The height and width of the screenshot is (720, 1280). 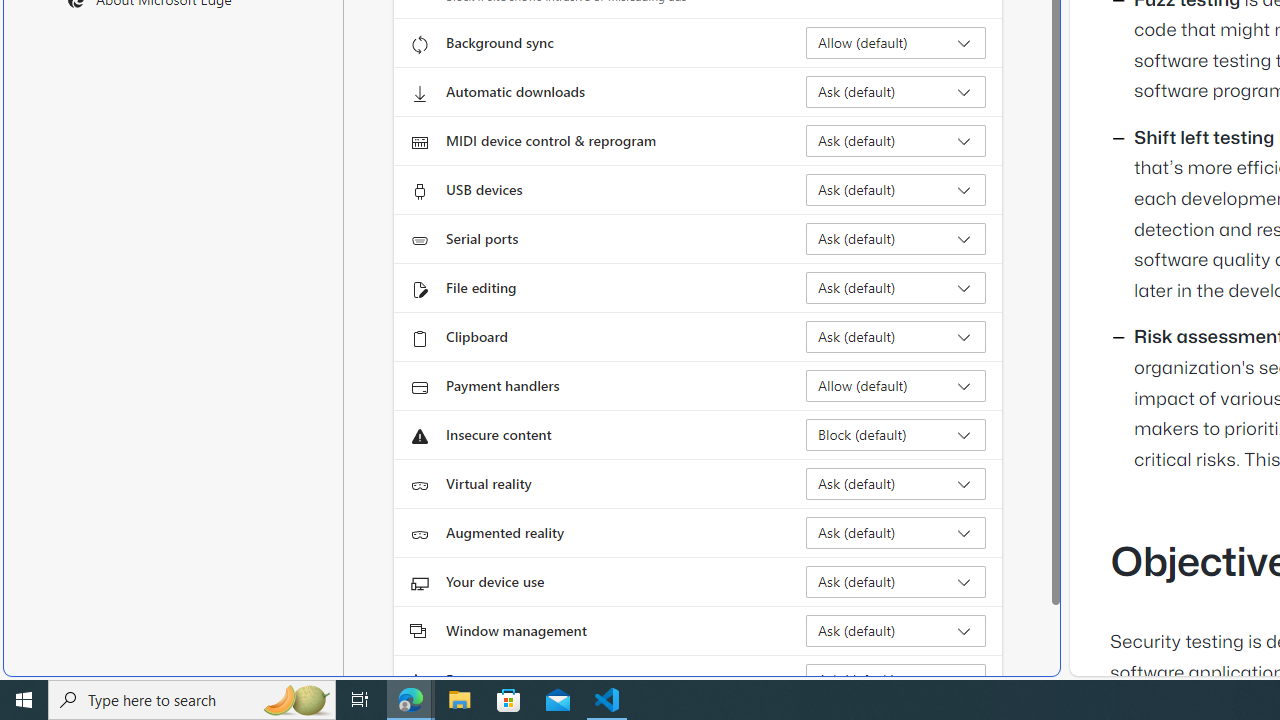 What do you see at coordinates (895, 288) in the screenshot?
I see `'File editing Ask (default)'` at bounding box center [895, 288].